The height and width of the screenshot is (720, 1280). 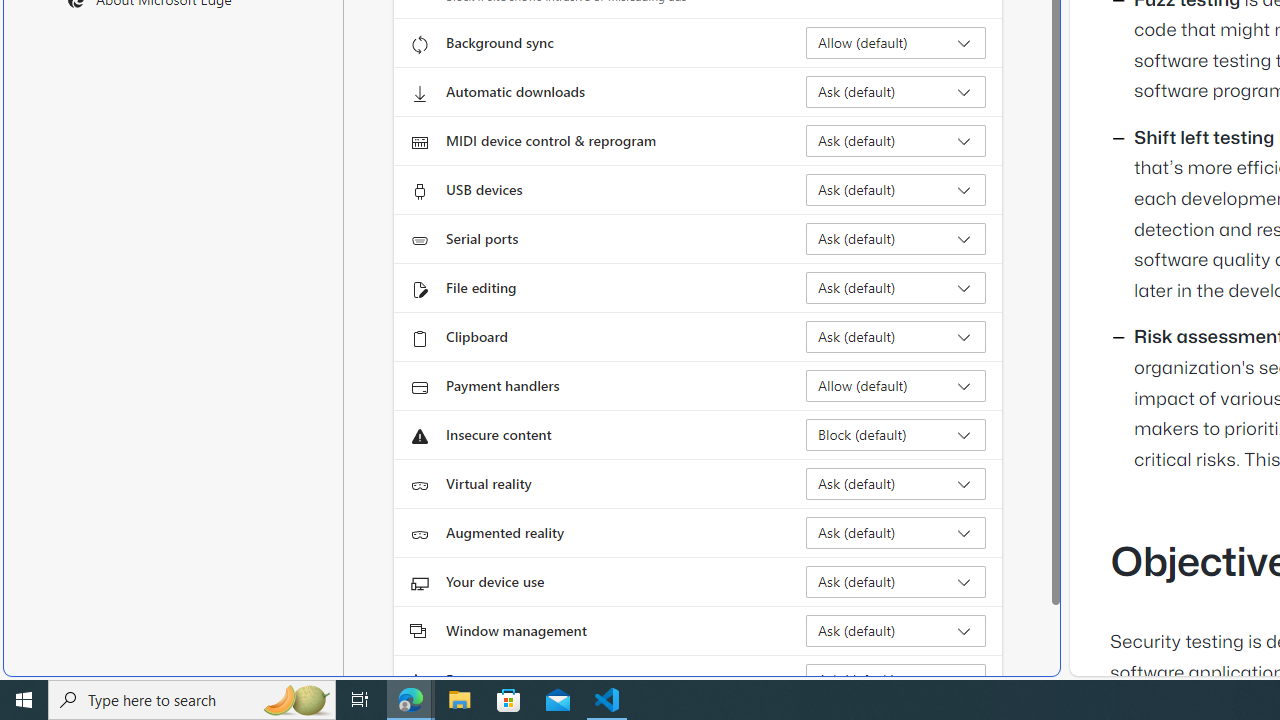 What do you see at coordinates (895, 288) in the screenshot?
I see `'File editing Ask (default)'` at bounding box center [895, 288].